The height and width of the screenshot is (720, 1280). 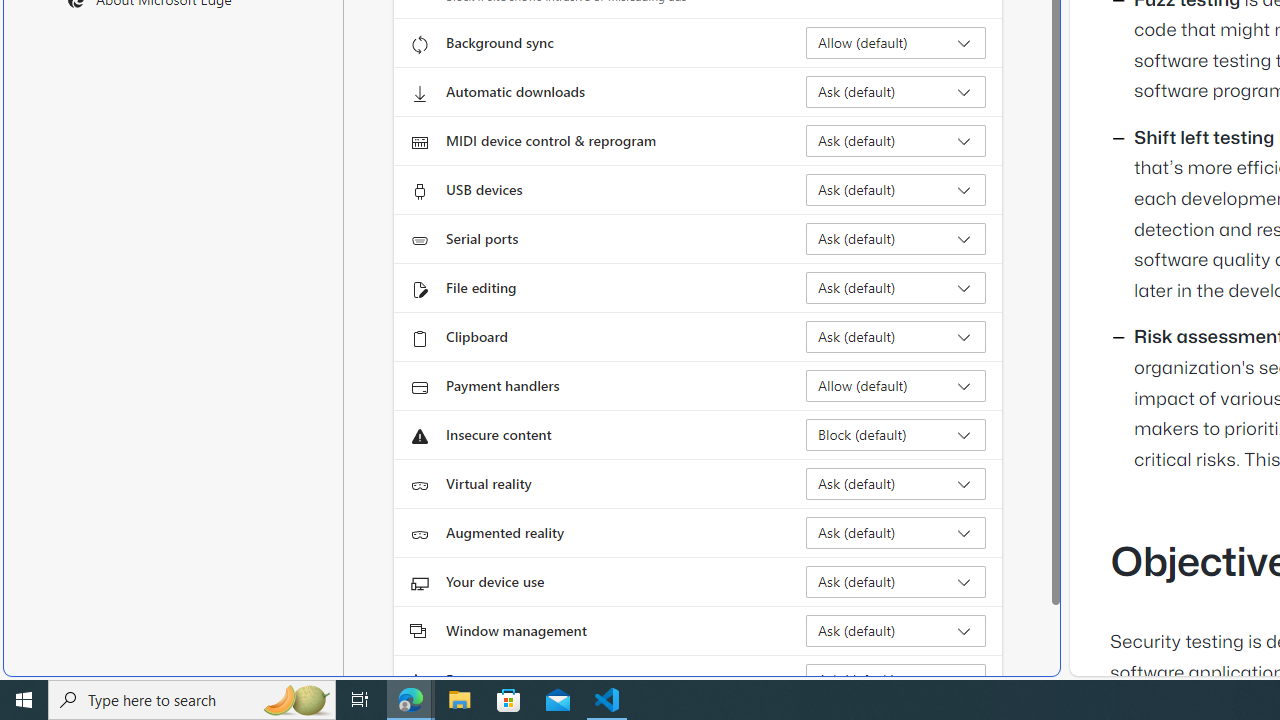 What do you see at coordinates (895, 288) in the screenshot?
I see `'File editing Ask (default)'` at bounding box center [895, 288].